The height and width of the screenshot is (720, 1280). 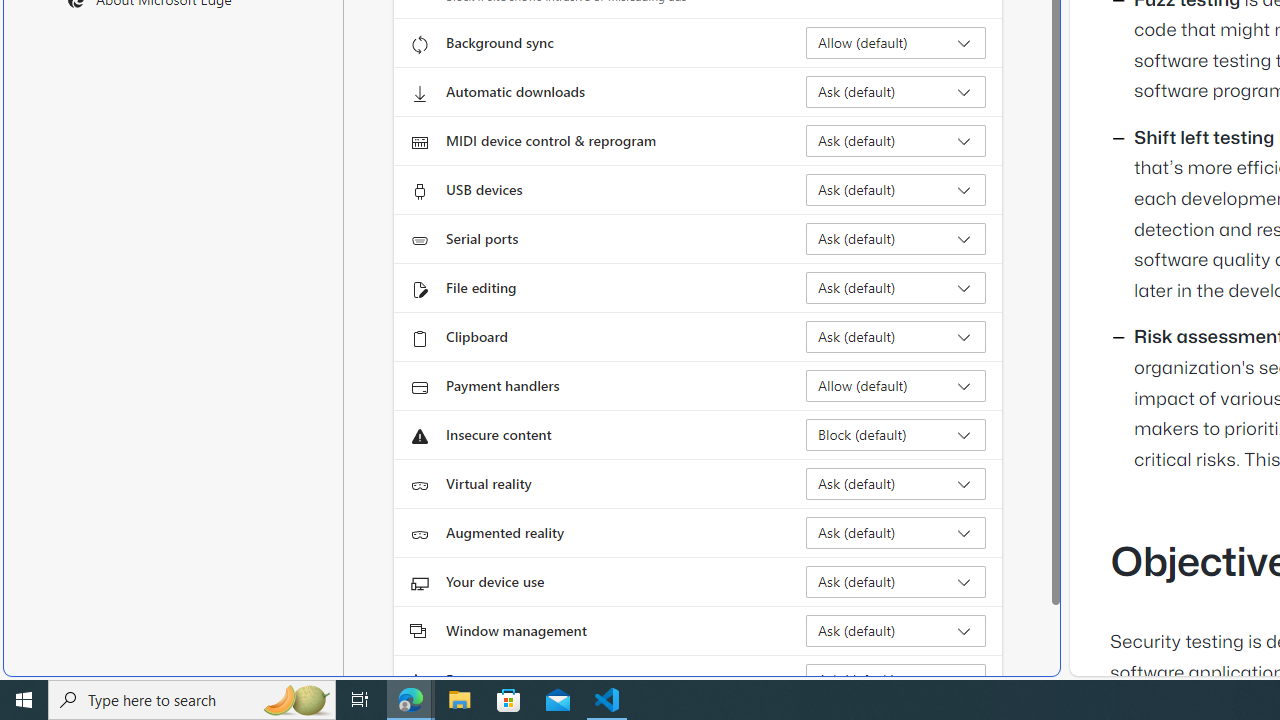 What do you see at coordinates (895, 288) in the screenshot?
I see `'File editing Ask (default)'` at bounding box center [895, 288].